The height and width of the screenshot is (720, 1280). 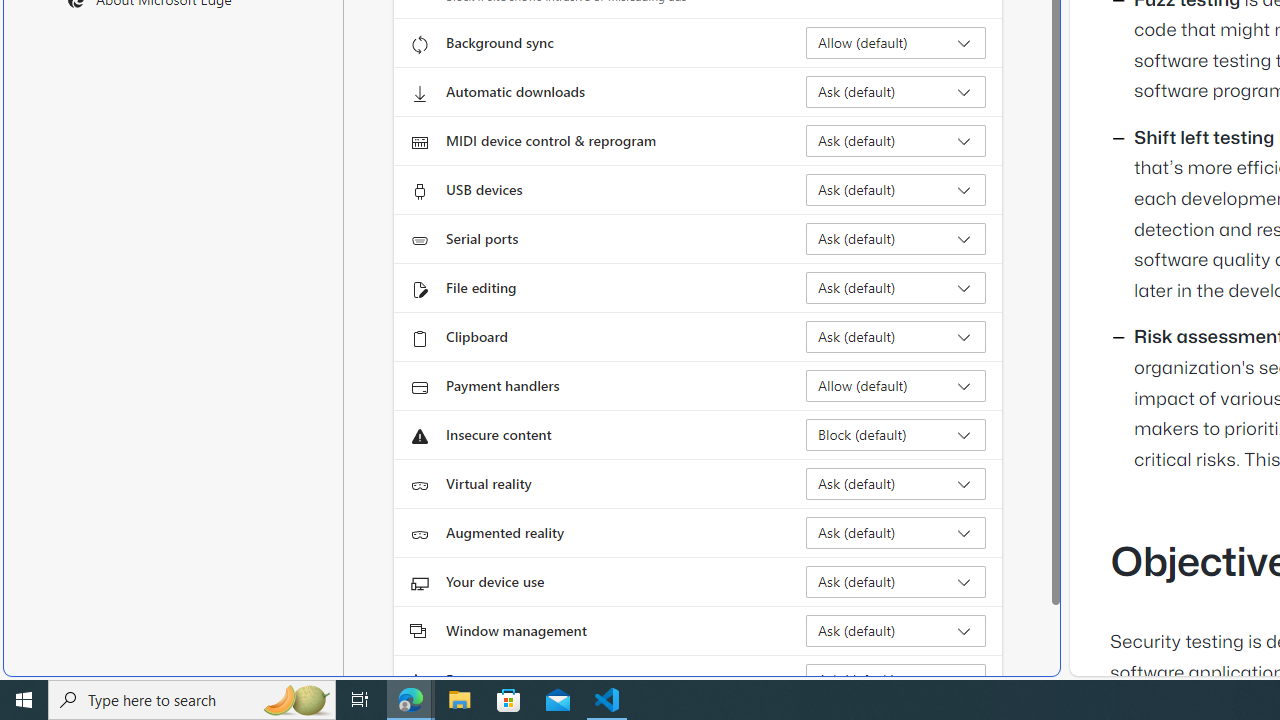 What do you see at coordinates (895, 288) in the screenshot?
I see `'File editing Ask (default)'` at bounding box center [895, 288].